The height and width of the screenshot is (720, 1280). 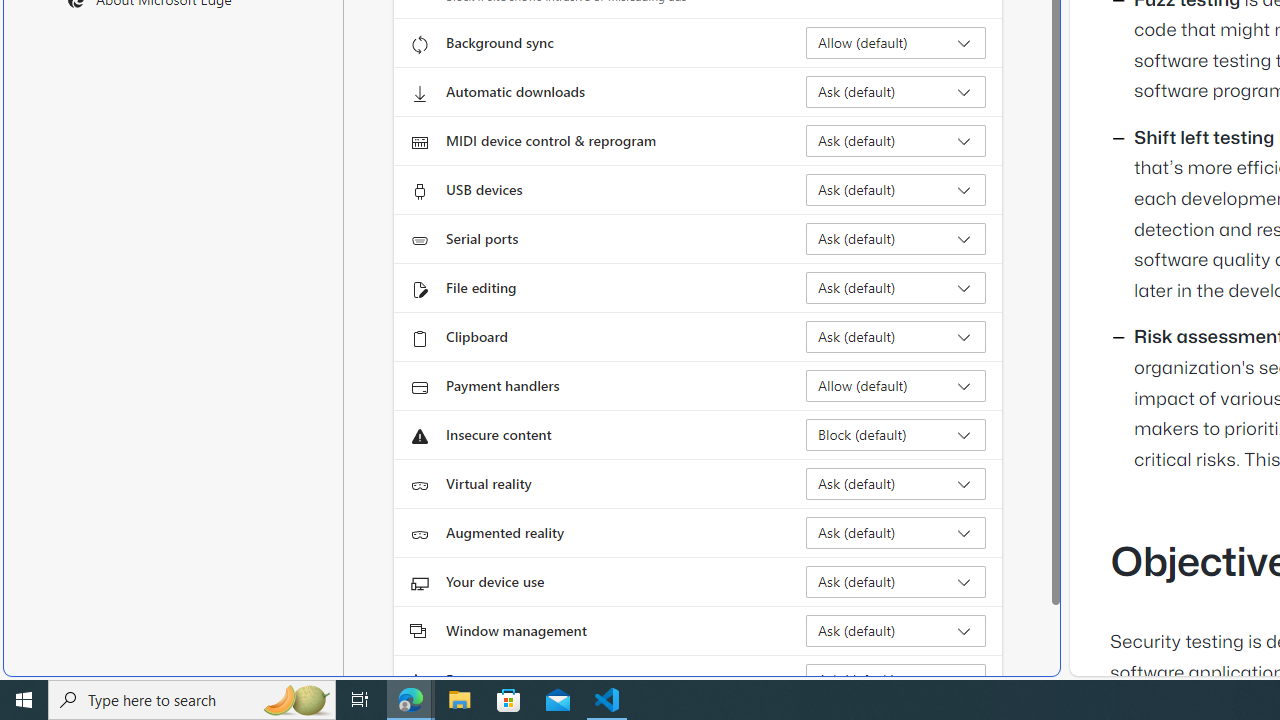 What do you see at coordinates (895, 288) in the screenshot?
I see `'File editing Ask (default)'` at bounding box center [895, 288].